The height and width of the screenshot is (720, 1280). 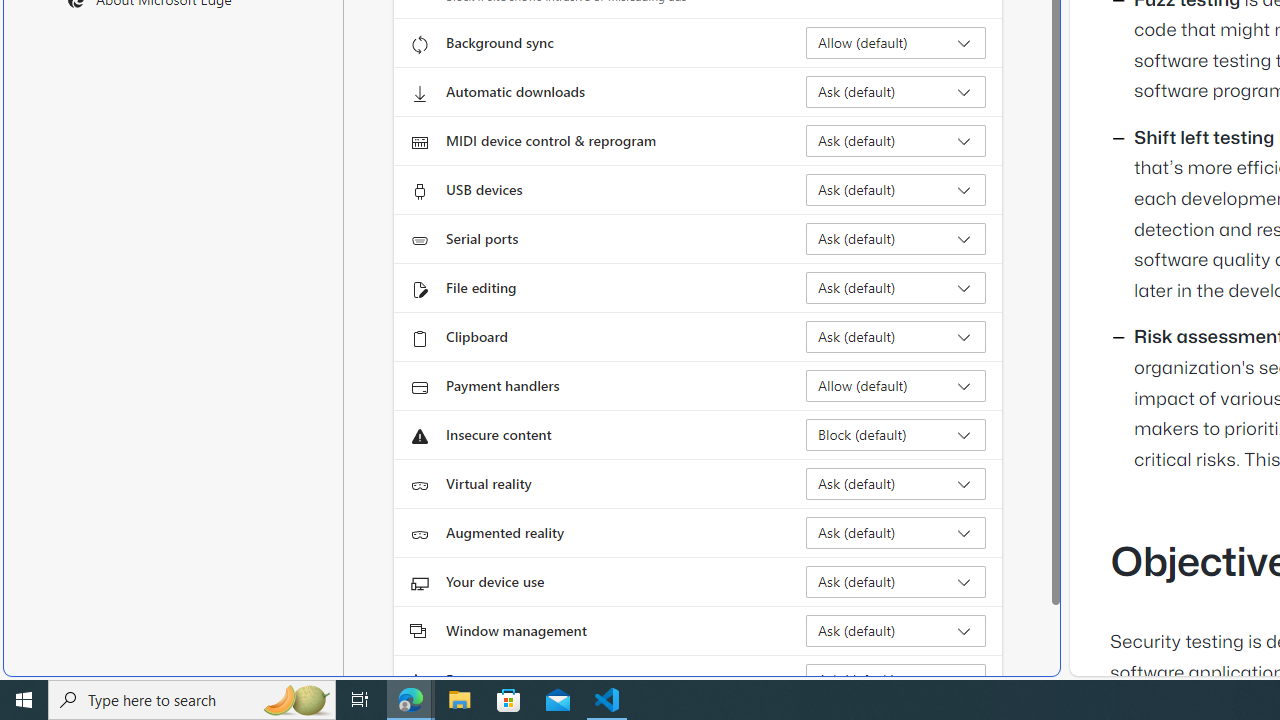 What do you see at coordinates (895, 288) in the screenshot?
I see `'File editing Ask (default)'` at bounding box center [895, 288].